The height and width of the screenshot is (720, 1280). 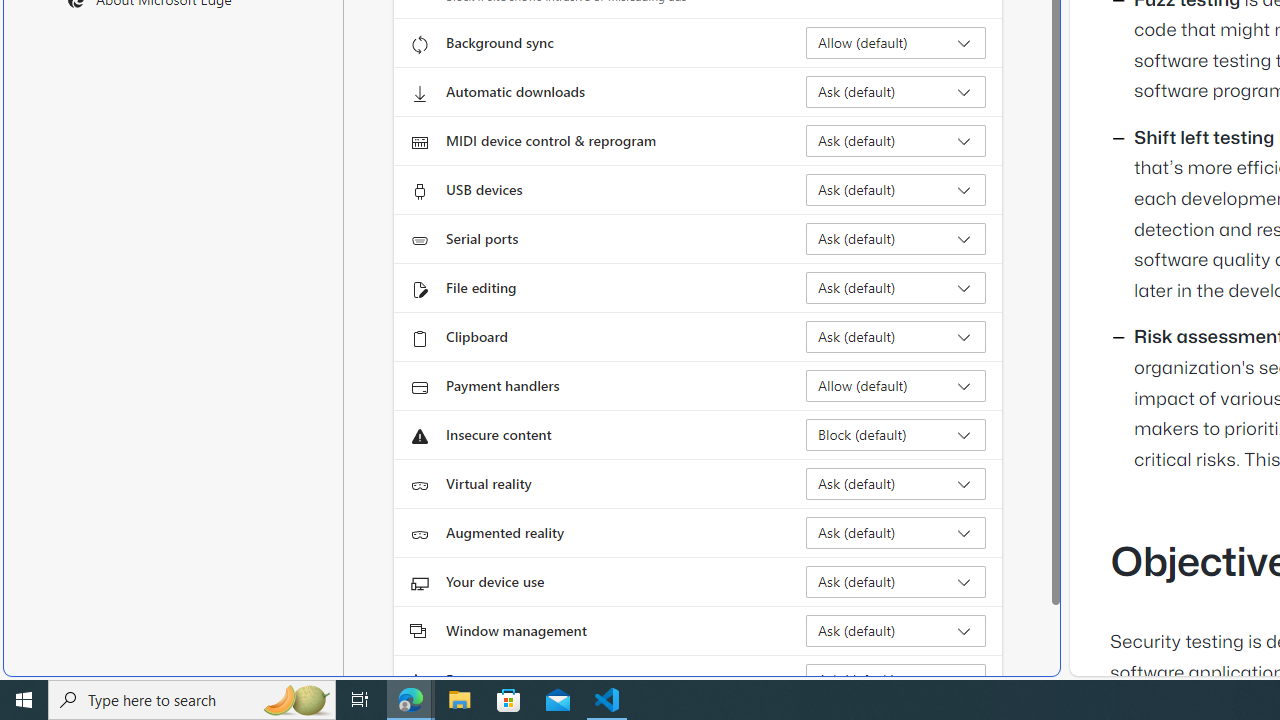 What do you see at coordinates (895, 288) in the screenshot?
I see `'File editing Ask (default)'` at bounding box center [895, 288].